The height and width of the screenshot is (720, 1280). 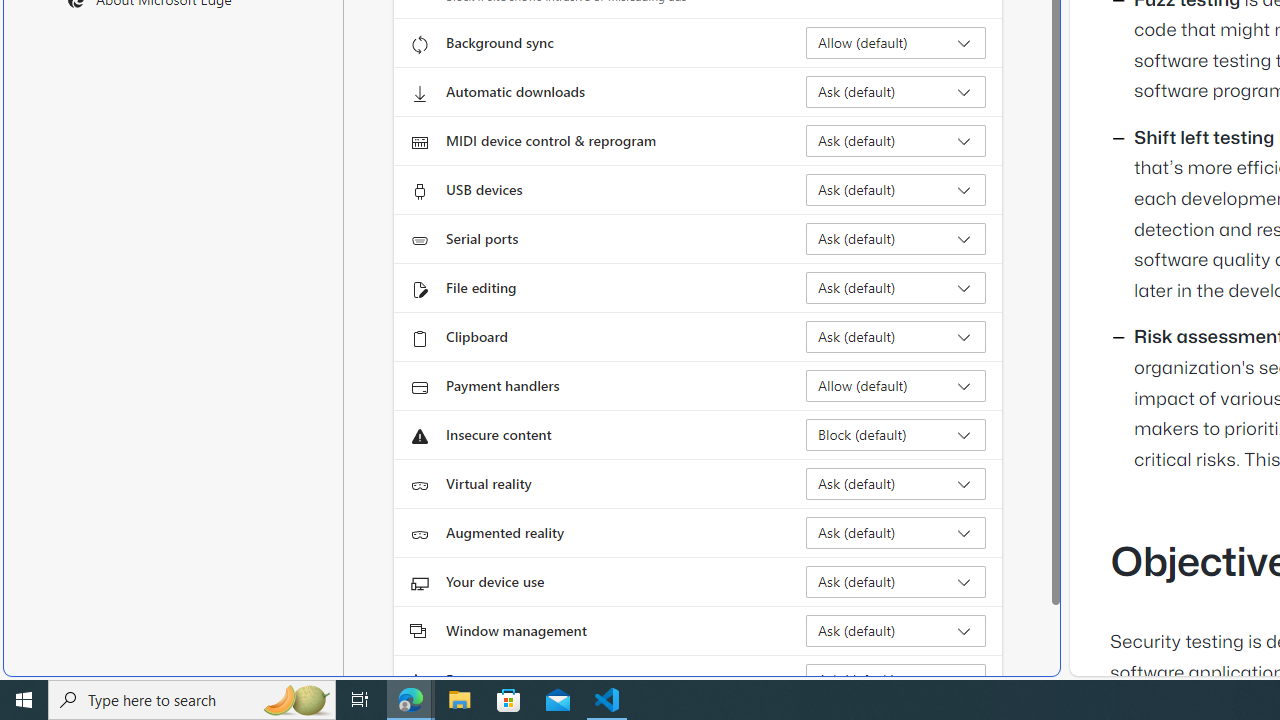 What do you see at coordinates (895, 288) in the screenshot?
I see `'File editing Ask (default)'` at bounding box center [895, 288].